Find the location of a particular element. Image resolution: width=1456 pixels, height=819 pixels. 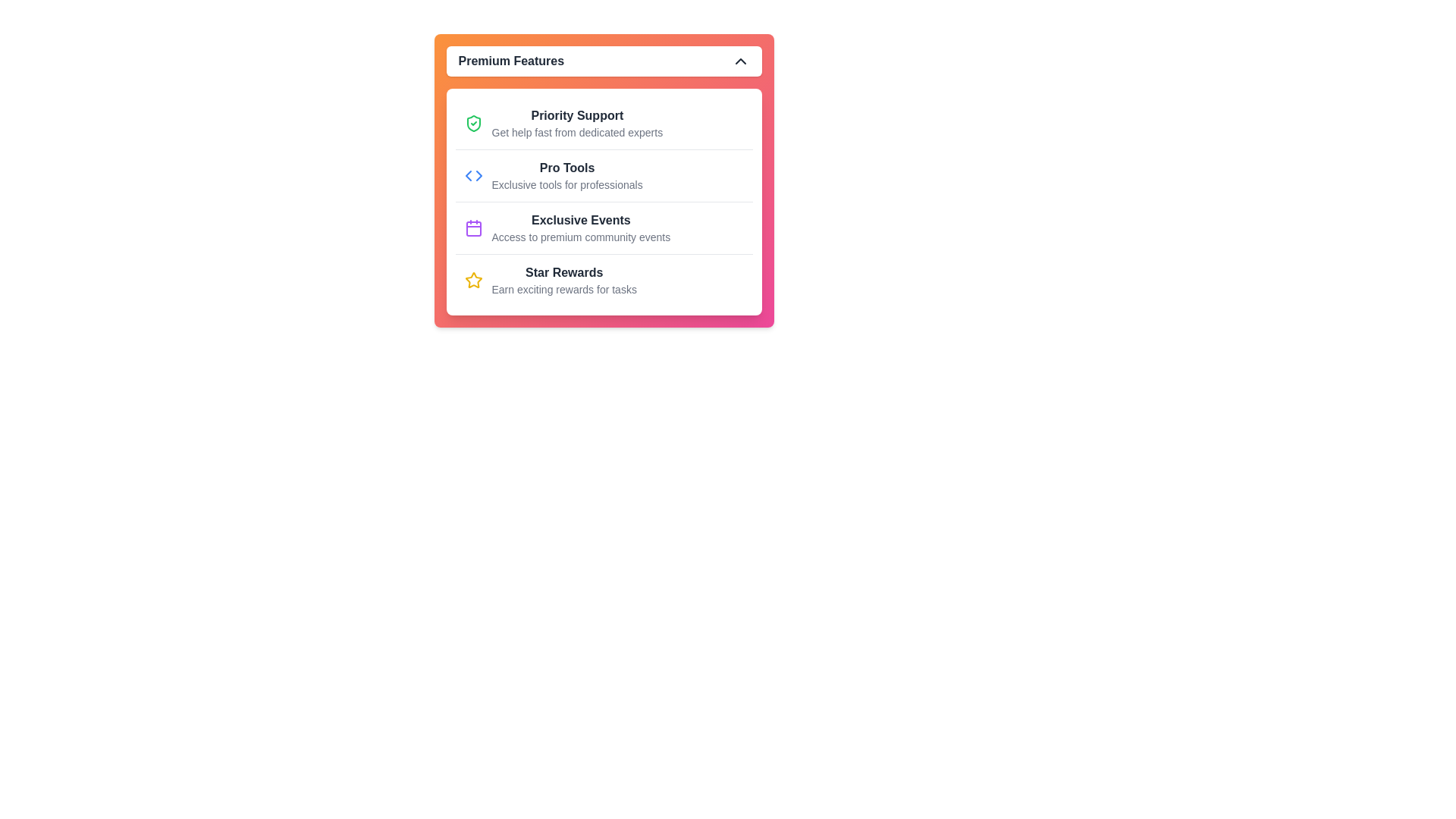

the second subsection labeled 'Pro Tools' within the 'Premium Features' section is located at coordinates (603, 180).